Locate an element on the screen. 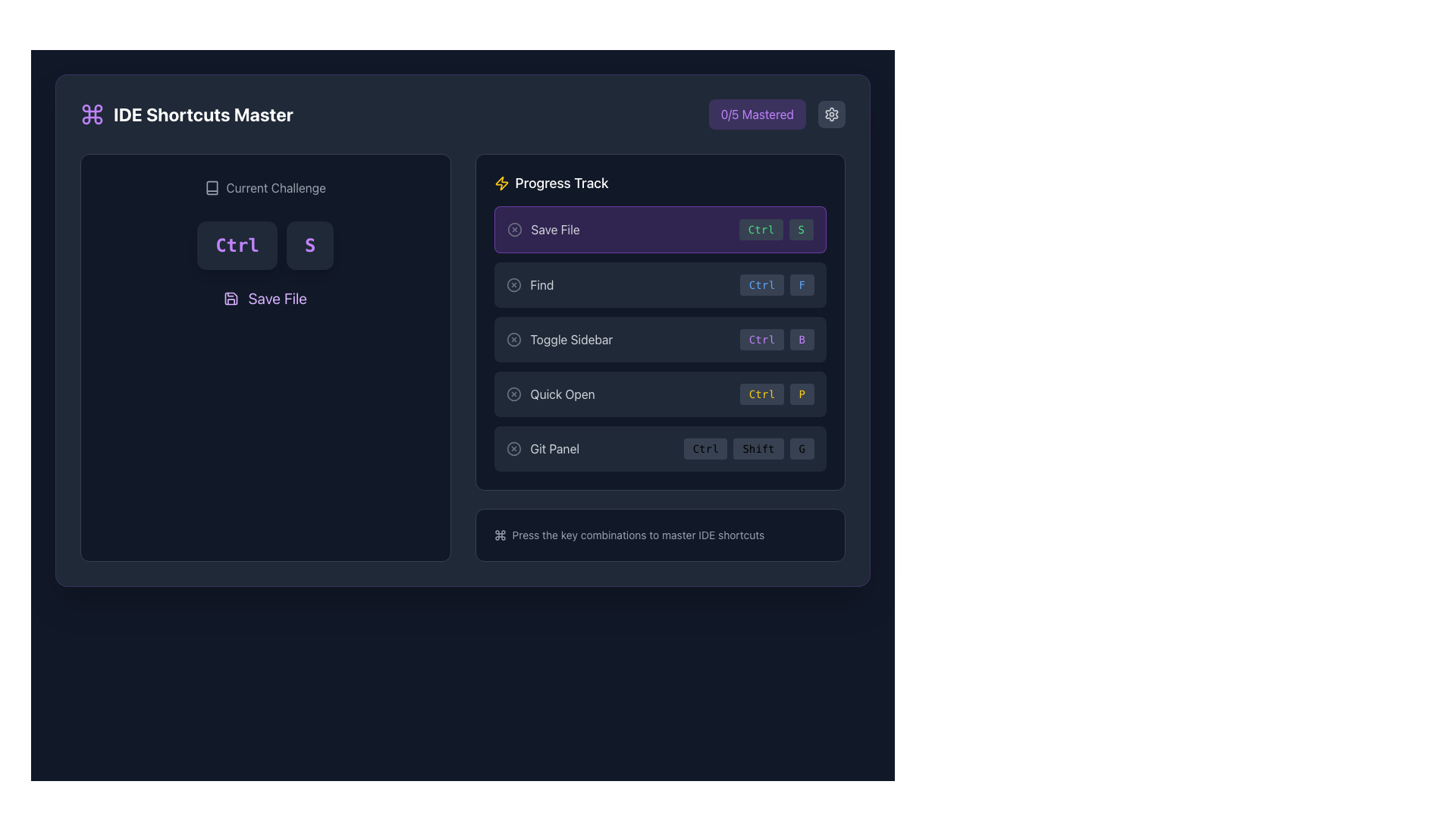 This screenshot has width=1456, height=819. the keyboard shortcut key element located to the right of the 'Ctrl' button, which indicates a keyboard shortcut action is located at coordinates (801, 338).